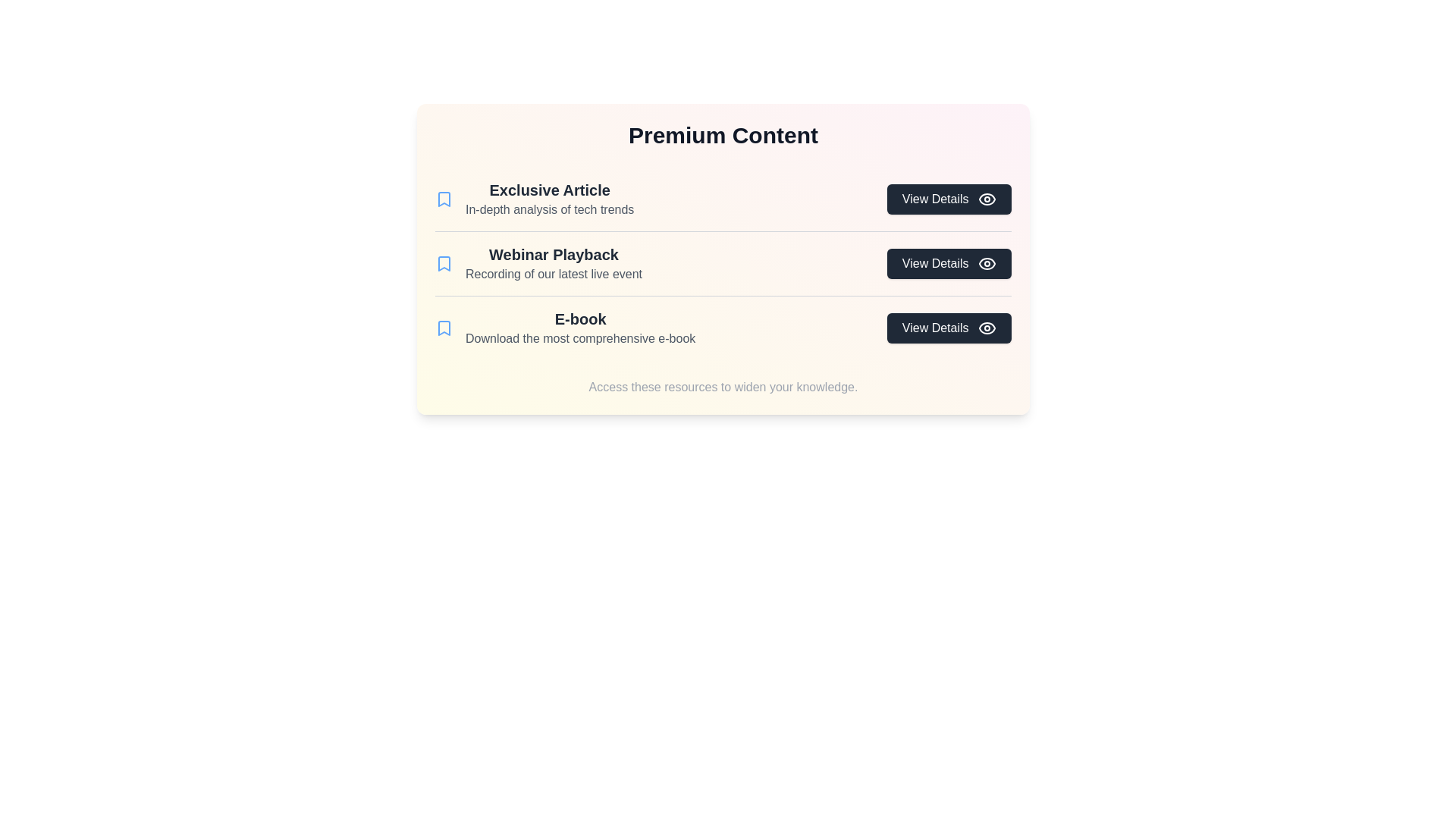 The width and height of the screenshot is (1456, 819). I want to click on the footer text at the bottom of the component to read the additional context, so click(723, 386).